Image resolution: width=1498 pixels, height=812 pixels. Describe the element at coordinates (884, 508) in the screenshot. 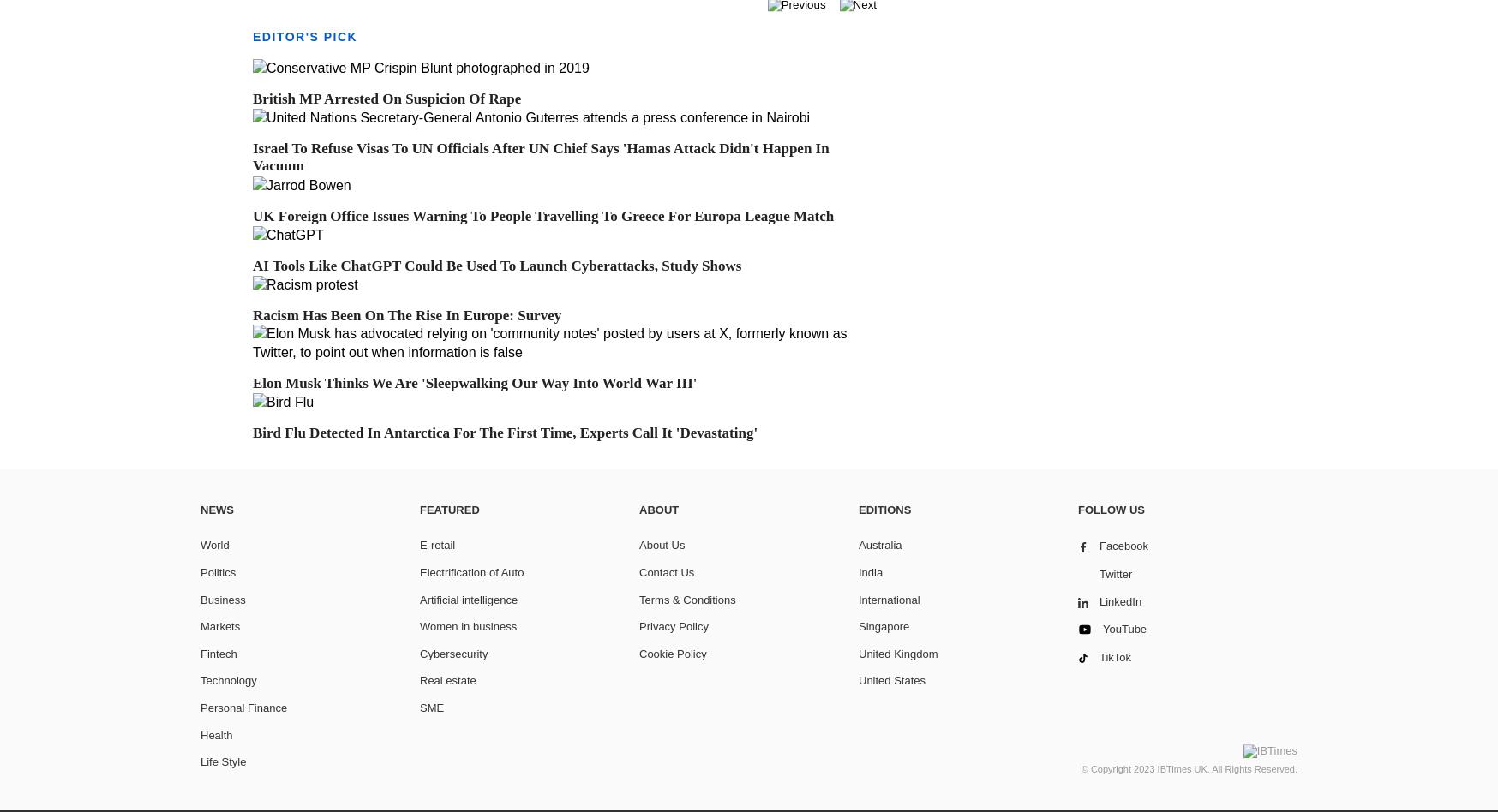

I see `'EDITIONS'` at that location.